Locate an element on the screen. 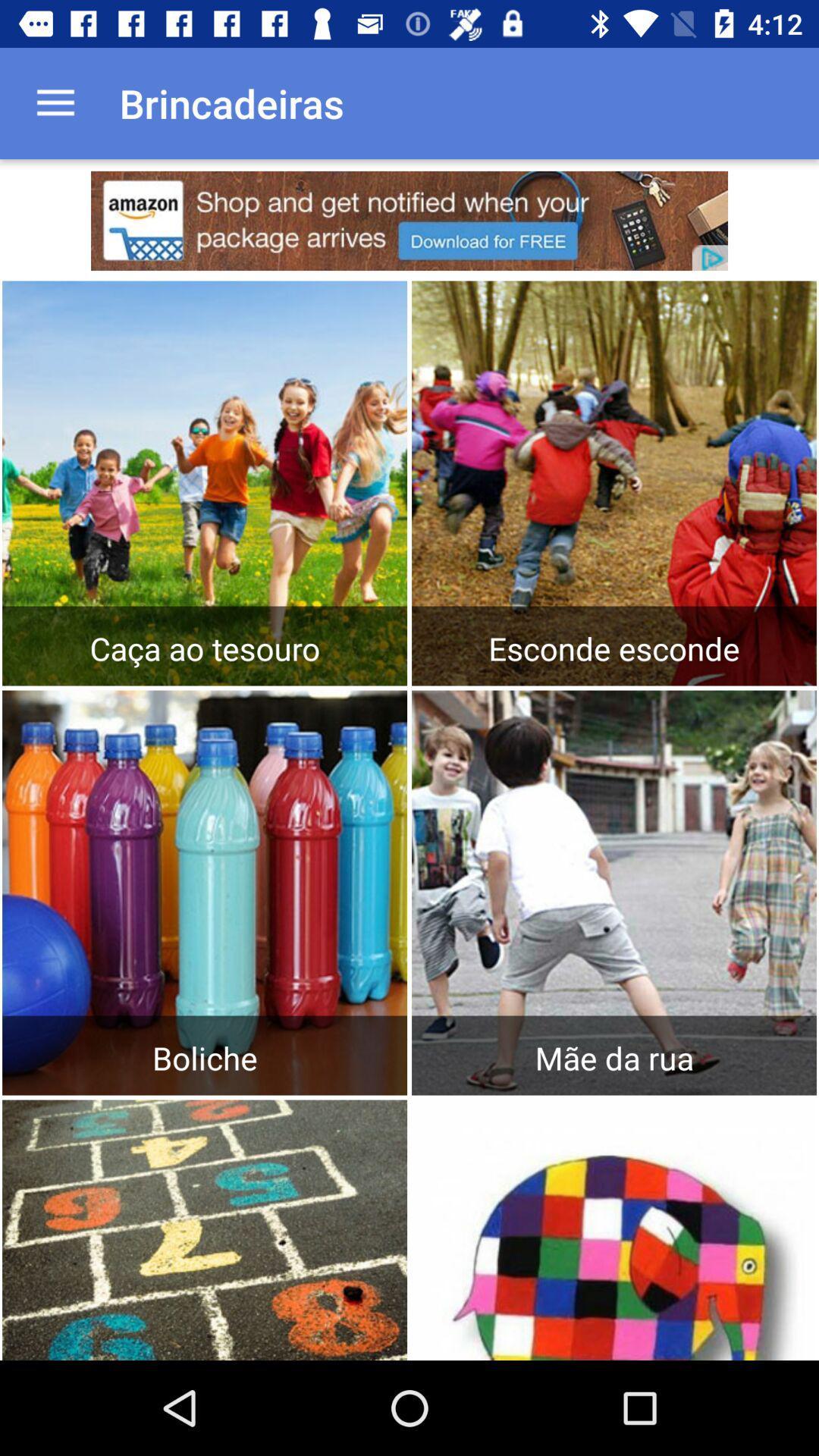 The height and width of the screenshot is (1456, 819). advertisement link to different site is located at coordinates (409, 220).